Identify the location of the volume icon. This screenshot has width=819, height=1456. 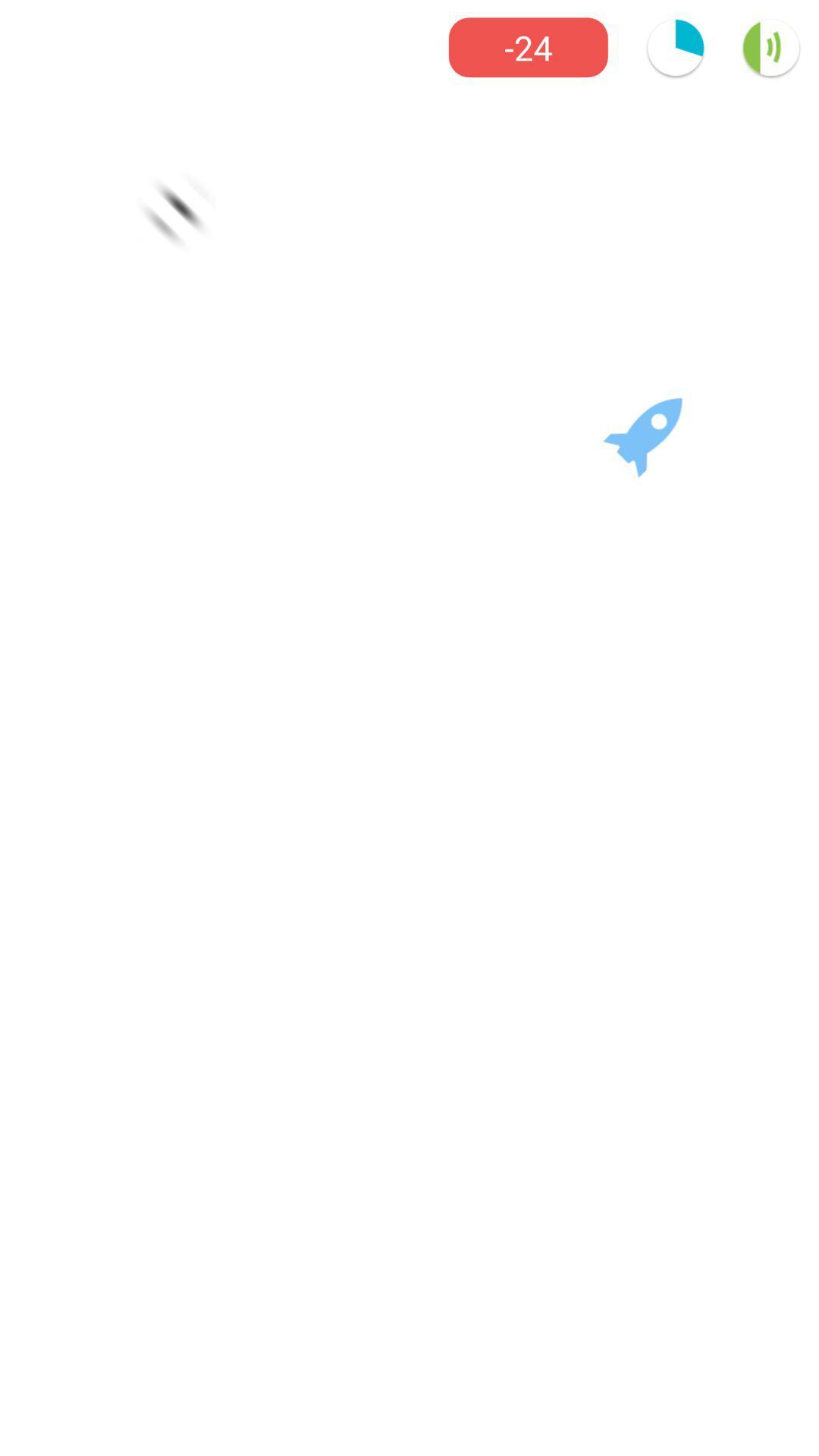
(771, 47).